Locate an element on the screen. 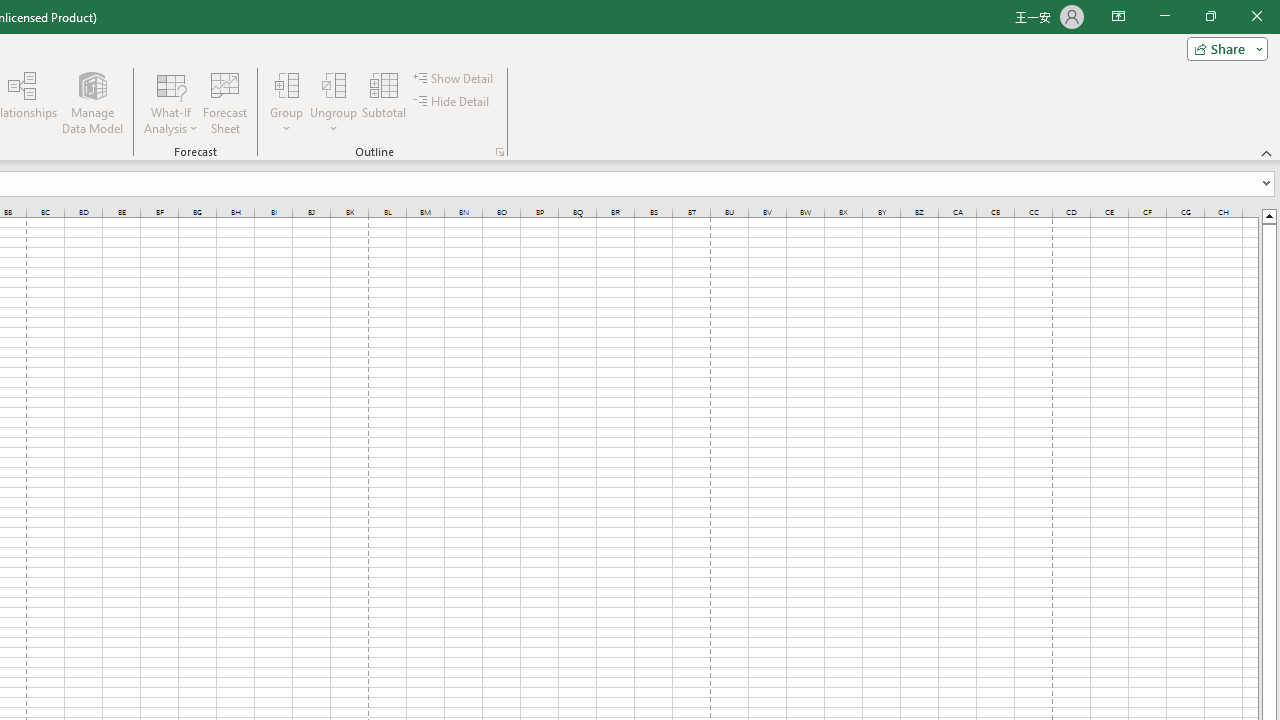 The image size is (1280, 720). 'Subtotal' is located at coordinates (384, 103).